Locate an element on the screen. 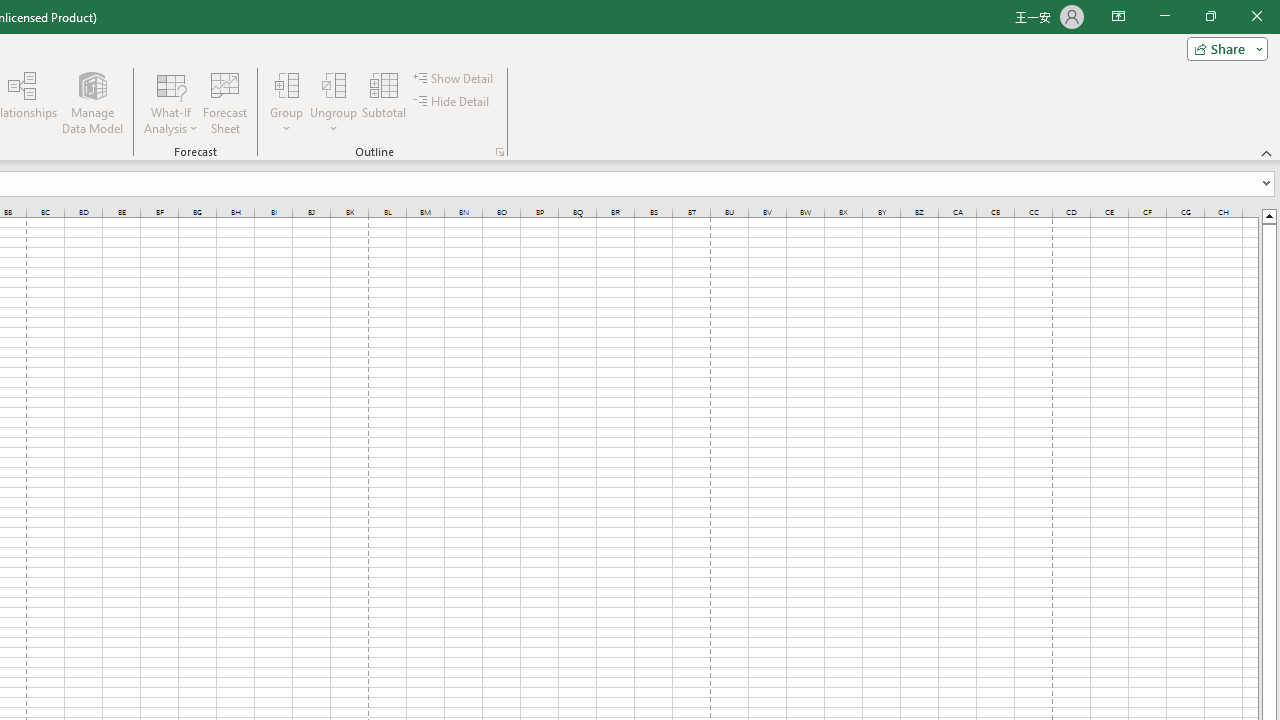 The image size is (1280, 720). 'Subtotal' is located at coordinates (384, 103).